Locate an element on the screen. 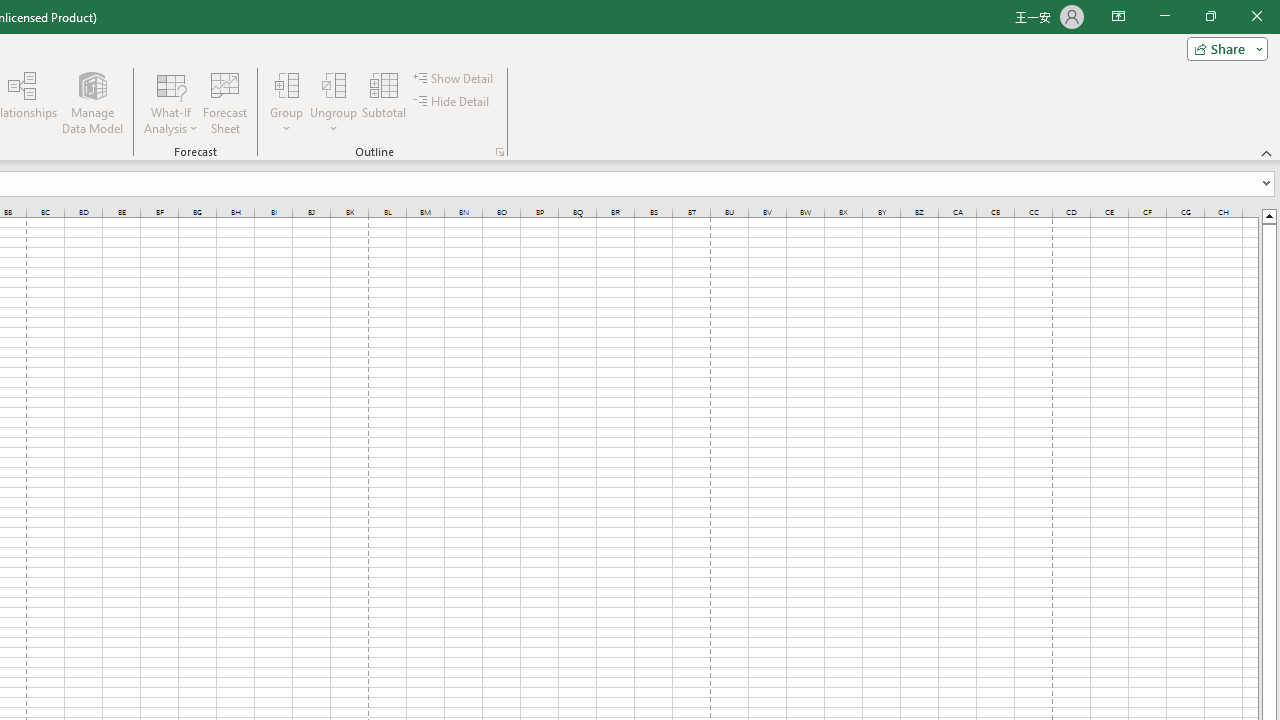 The image size is (1280, 720). 'Subtotal' is located at coordinates (384, 103).